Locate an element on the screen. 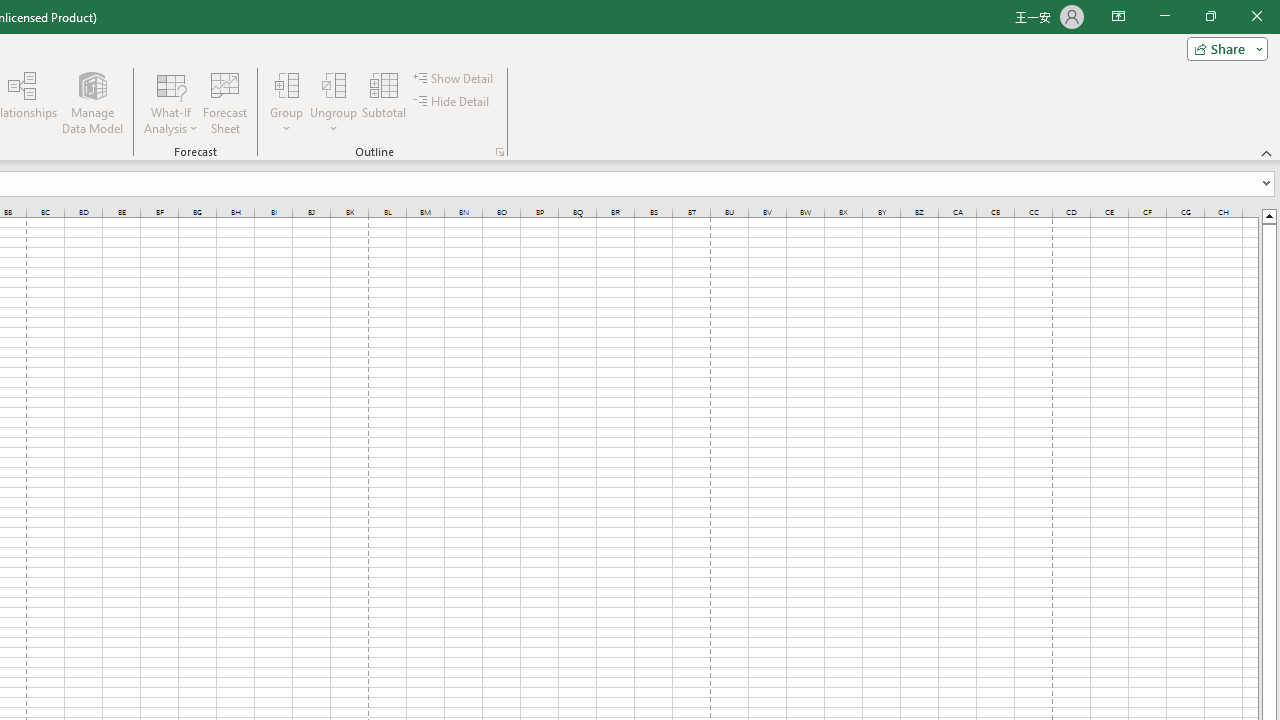 The image size is (1280, 720). 'Subtotal' is located at coordinates (384, 103).